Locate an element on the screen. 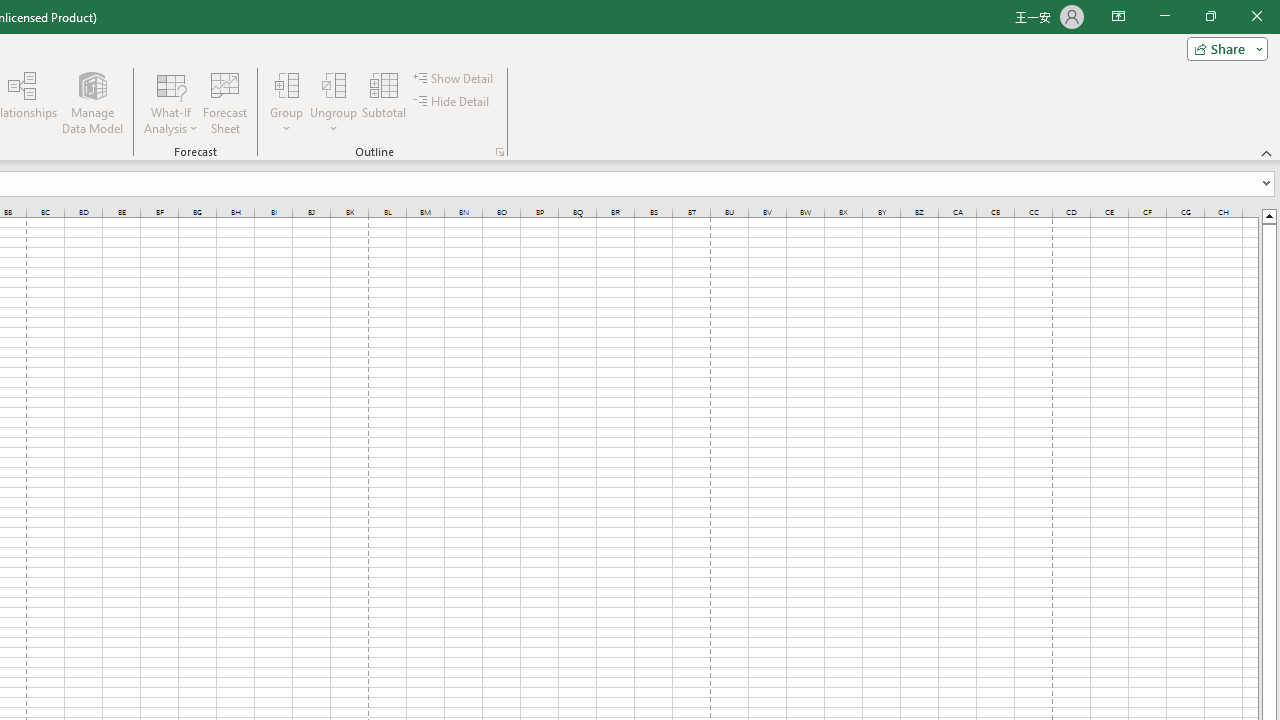 The image size is (1280, 720). 'Subtotal' is located at coordinates (384, 103).